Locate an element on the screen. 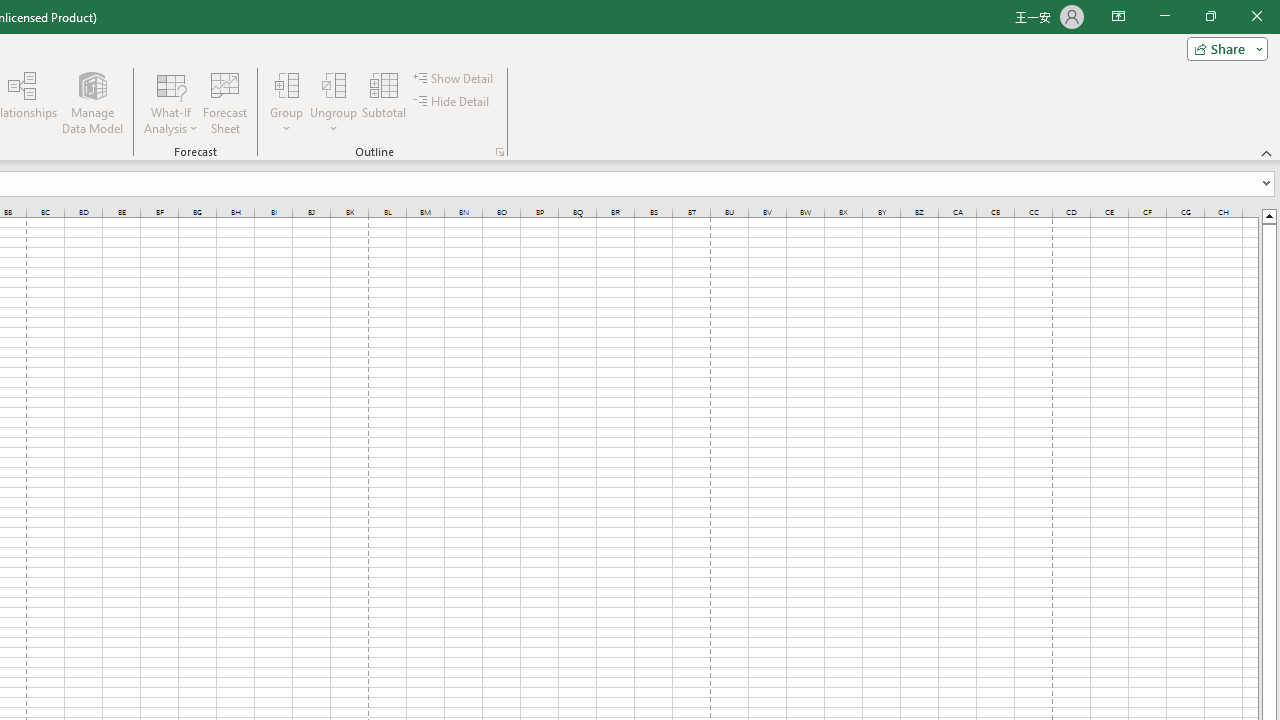 The image size is (1280, 720). 'Subtotal' is located at coordinates (384, 103).